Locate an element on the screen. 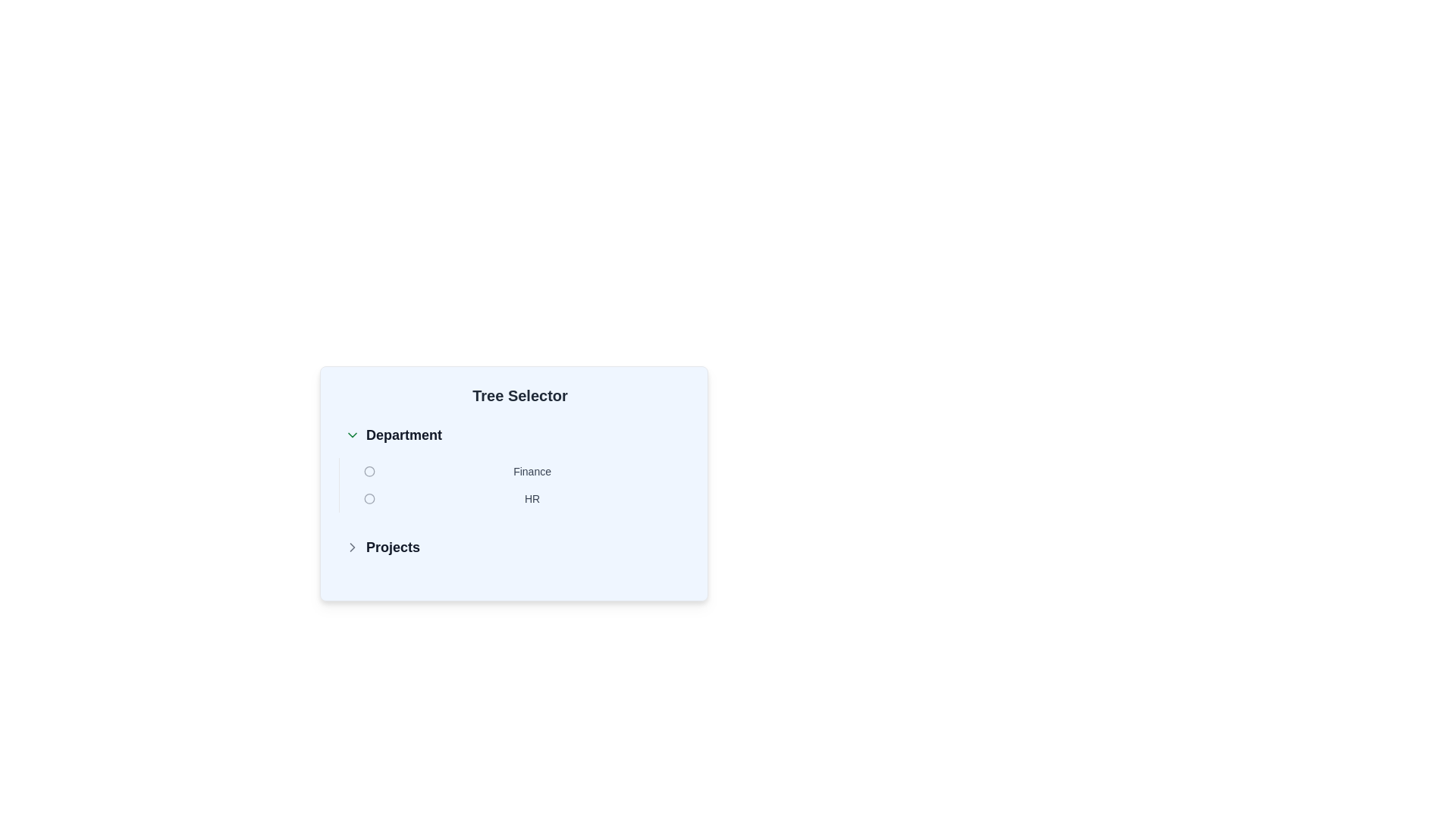 The height and width of the screenshot is (819, 1456). the Collapsible tree selector is located at coordinates (513, 487).